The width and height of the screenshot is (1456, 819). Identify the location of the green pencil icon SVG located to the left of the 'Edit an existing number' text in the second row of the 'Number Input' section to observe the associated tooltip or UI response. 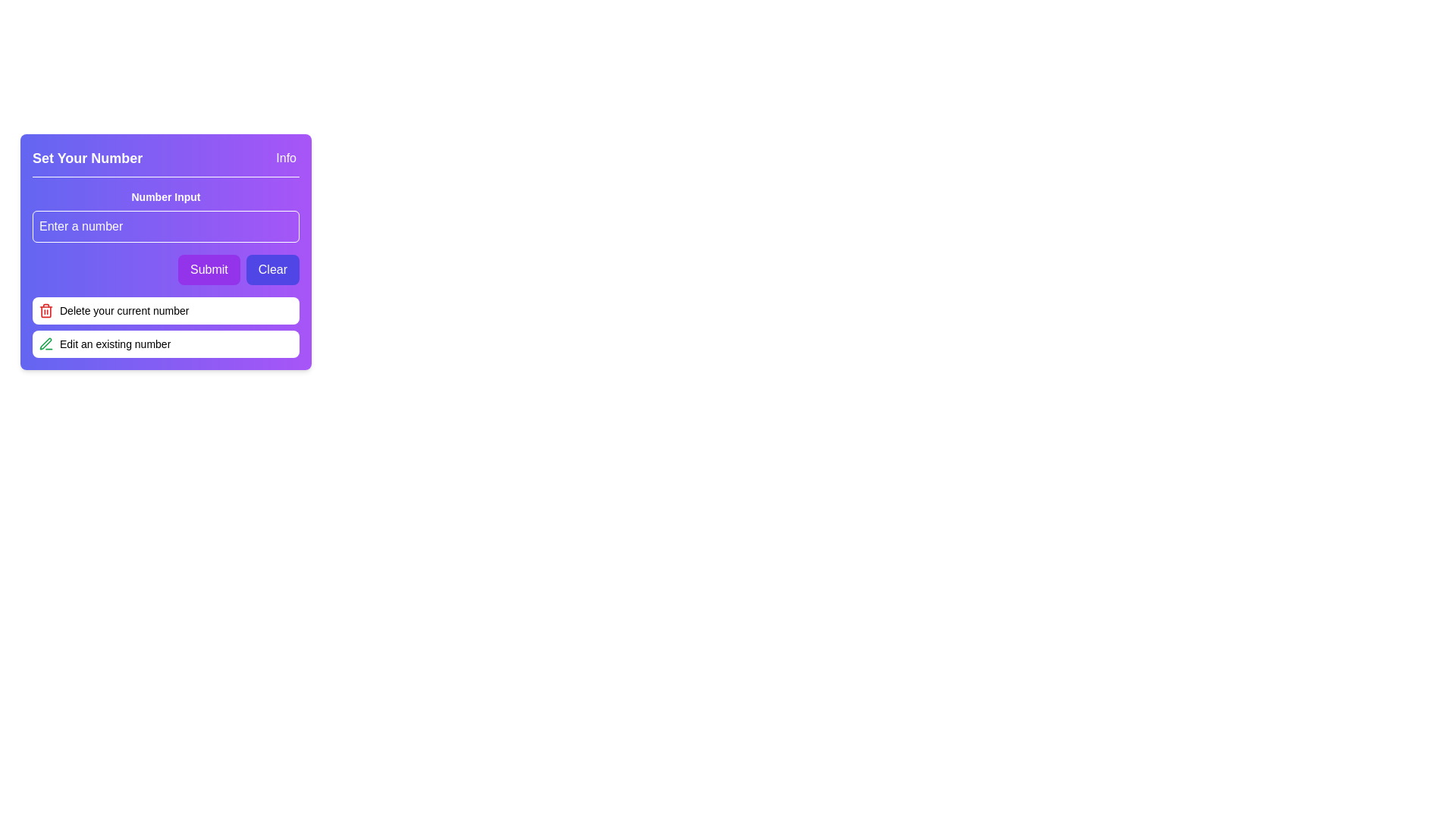
(46, 344).